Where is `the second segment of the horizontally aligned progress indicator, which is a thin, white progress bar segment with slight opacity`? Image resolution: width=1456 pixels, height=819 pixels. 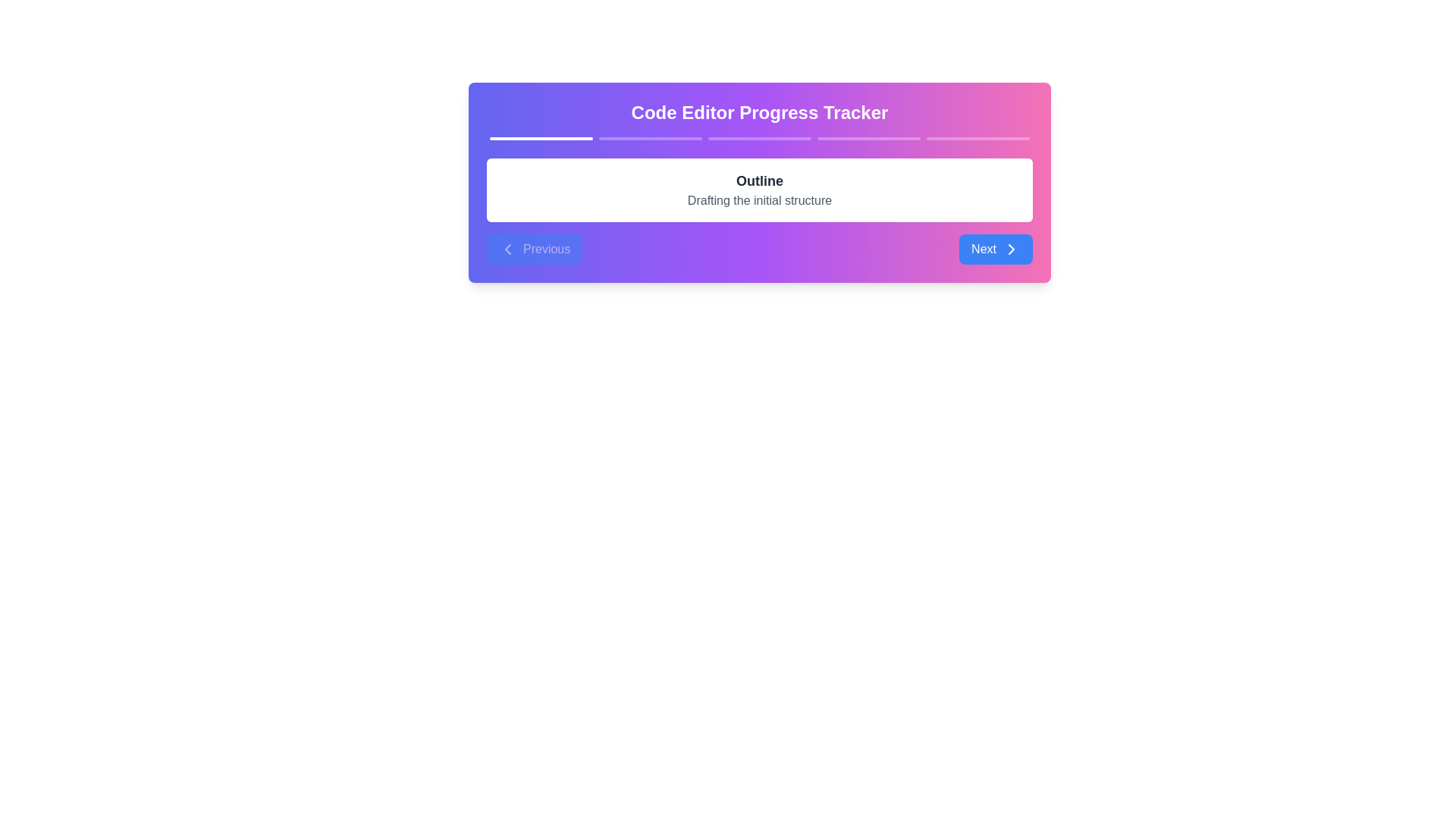 the second segment of the horizontally aligned progress indicator, which is a thin, white progress bar segment with slight opacity is located at coordinates (651, 138).